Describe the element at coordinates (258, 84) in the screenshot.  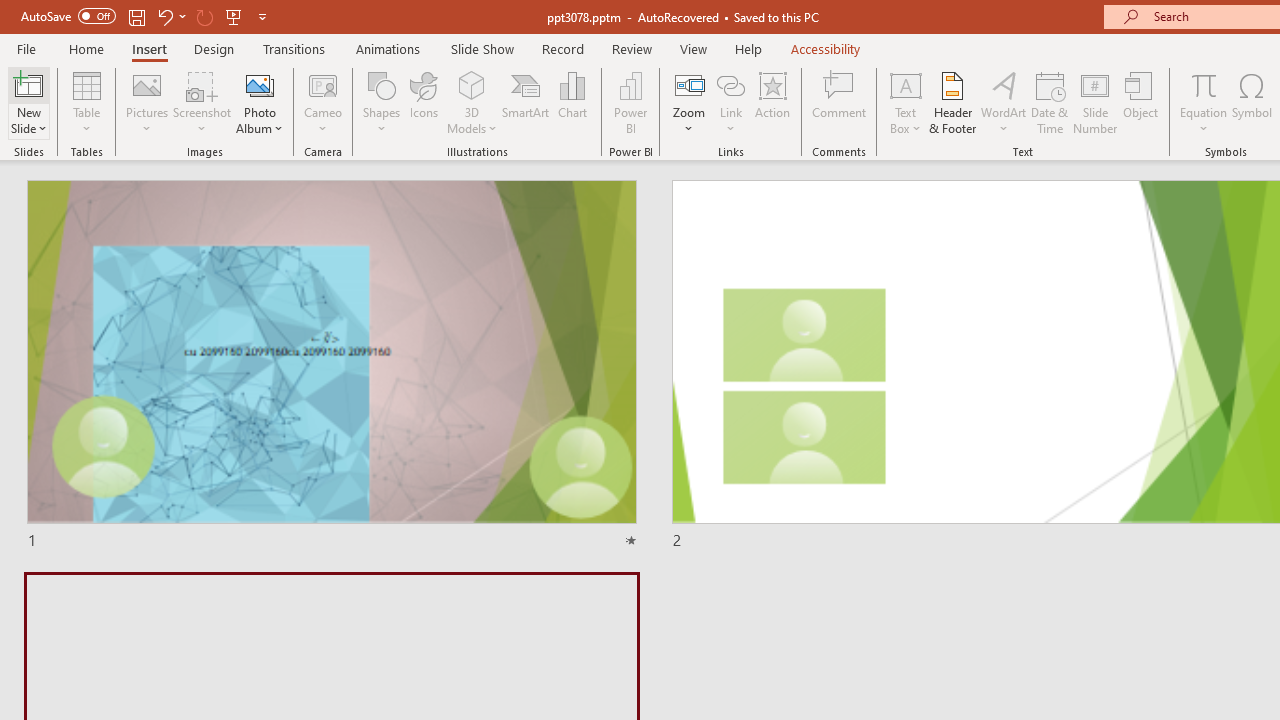
I see `'New Photo Album...'` at that location.